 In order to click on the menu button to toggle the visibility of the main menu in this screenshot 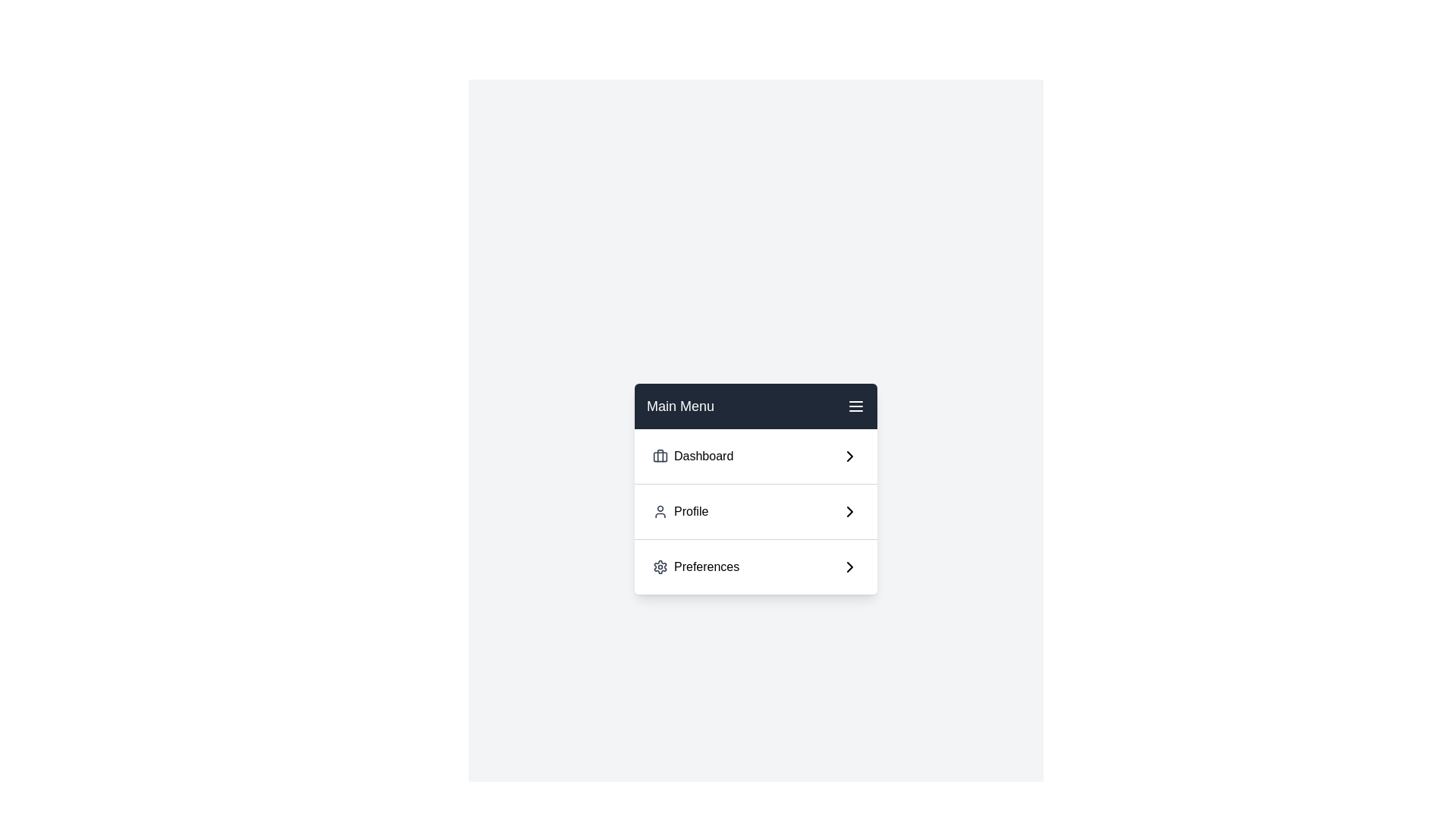, I will do `click(855, 406)`.